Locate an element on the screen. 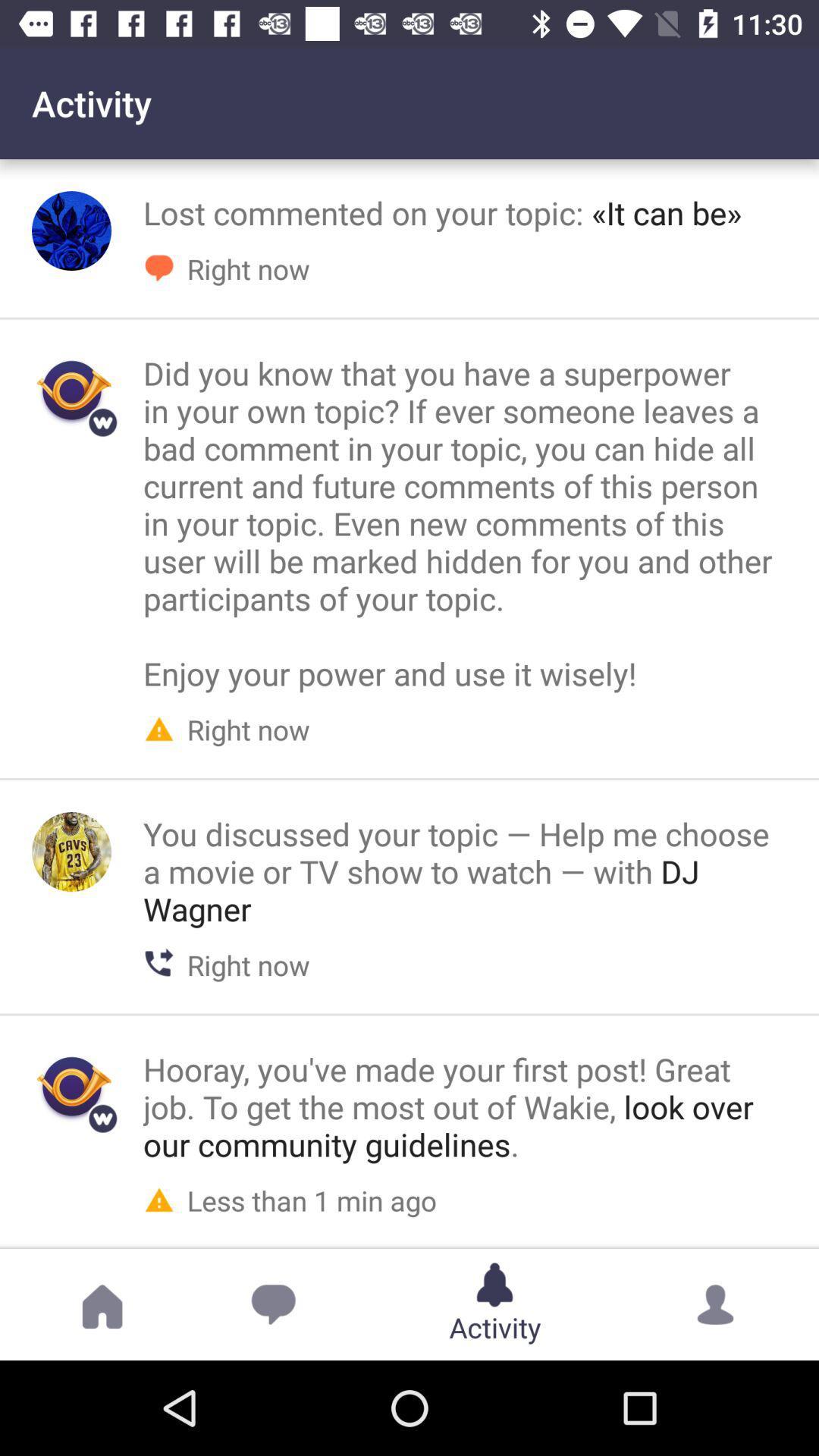 The height and width of the screenshot is (1456, 819). the home button is located at coordinates (102, 1304).